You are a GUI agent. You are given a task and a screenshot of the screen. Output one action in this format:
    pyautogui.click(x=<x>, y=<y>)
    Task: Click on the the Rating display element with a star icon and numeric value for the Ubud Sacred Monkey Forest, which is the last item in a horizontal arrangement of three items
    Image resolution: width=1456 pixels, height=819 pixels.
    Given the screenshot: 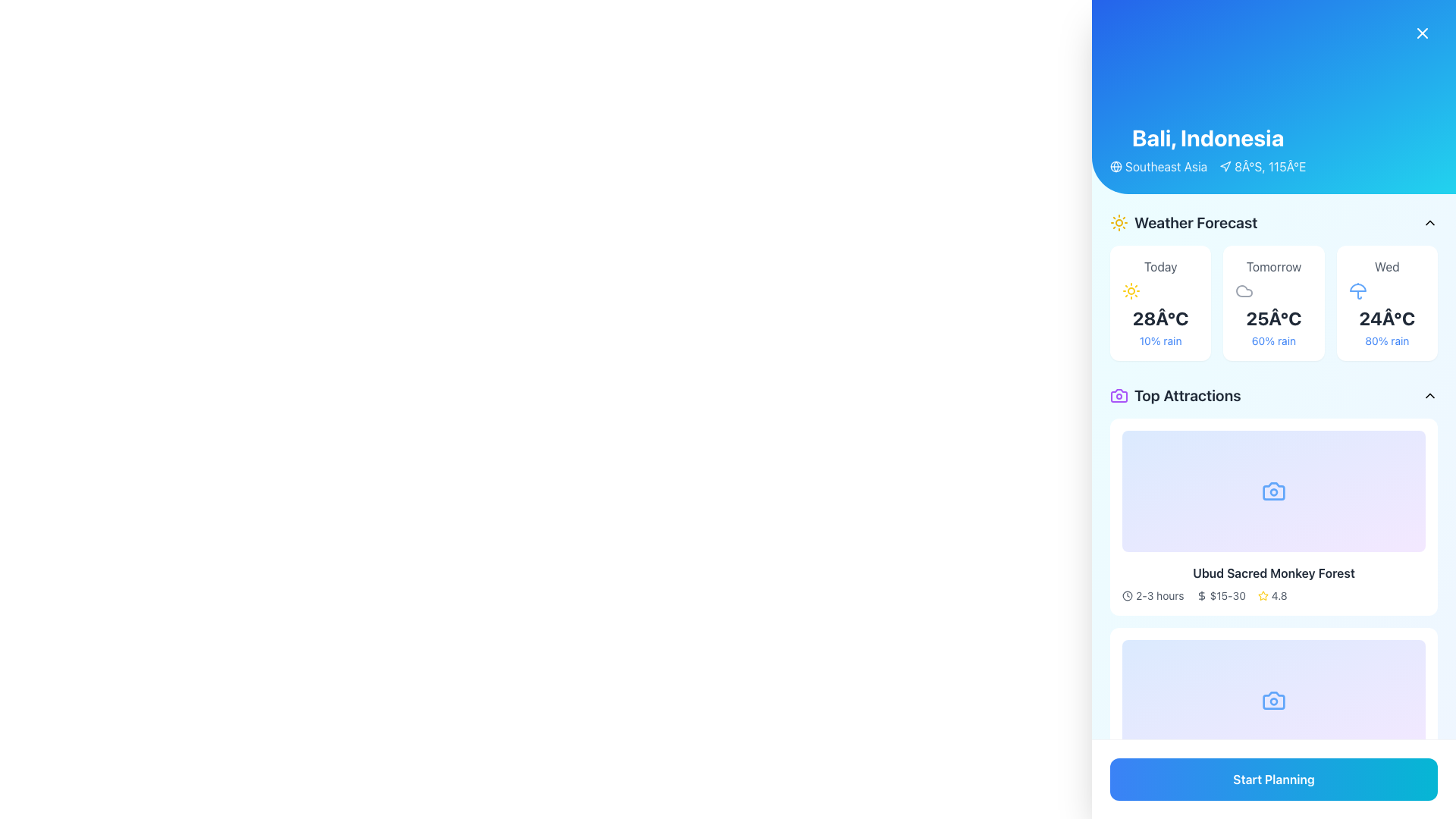 What is the action you would take?
    pyautogui.click(x=1272, y=595)
    